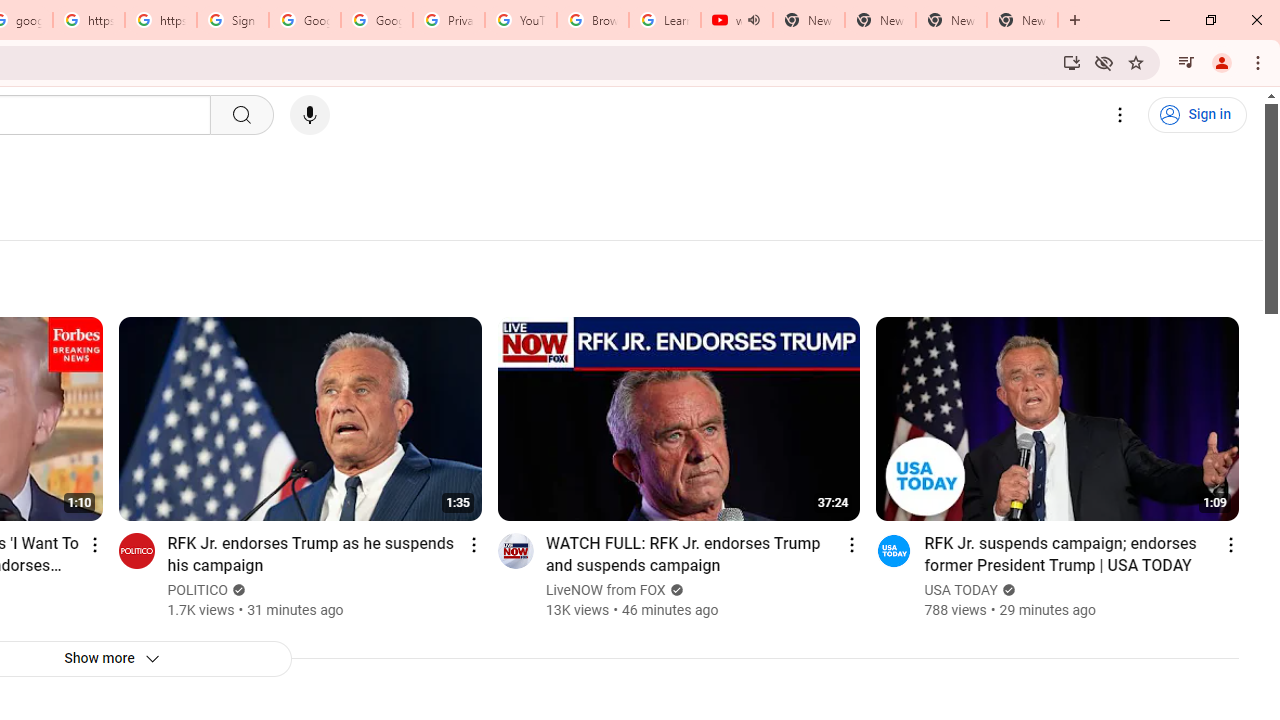 The width and height of the screenshot is (1280, 720). What do you see at coordinates (198, 589) in the screenshot?
I see `'POLITICO'` at bounding box center [198, 589].